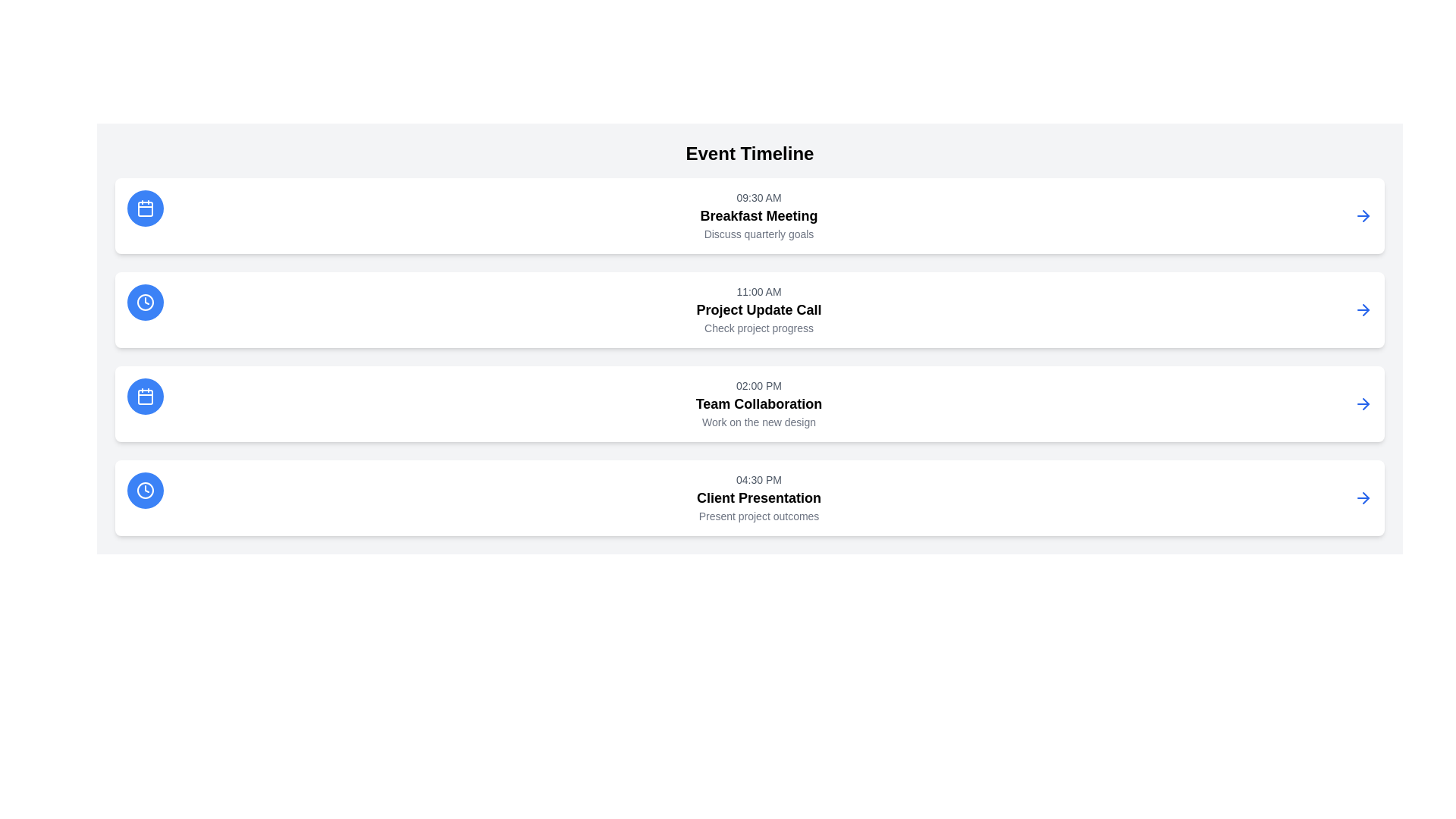  Describe the element at coordinates (1363, 403) in the screenshot. I see `the rightward blue arrow icon for navigation located on the rightmost side of the panel displaying event information for the 'Team Collaboration: Work on the new design' entry` at that location.